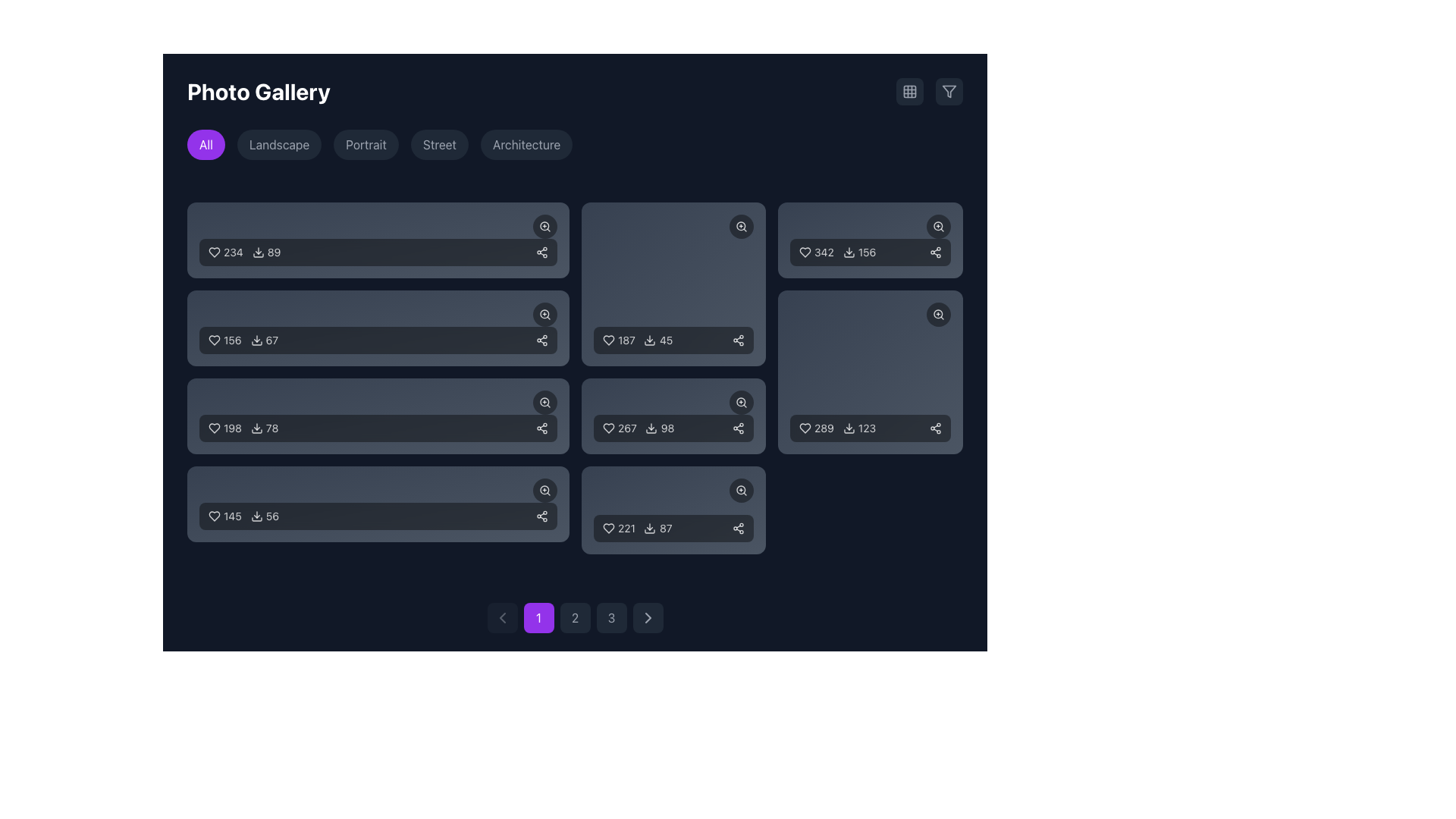  I want to click on the circular zoom-in icon represented as a magnifying glass with a '+' sign inside, so click(938, 314).